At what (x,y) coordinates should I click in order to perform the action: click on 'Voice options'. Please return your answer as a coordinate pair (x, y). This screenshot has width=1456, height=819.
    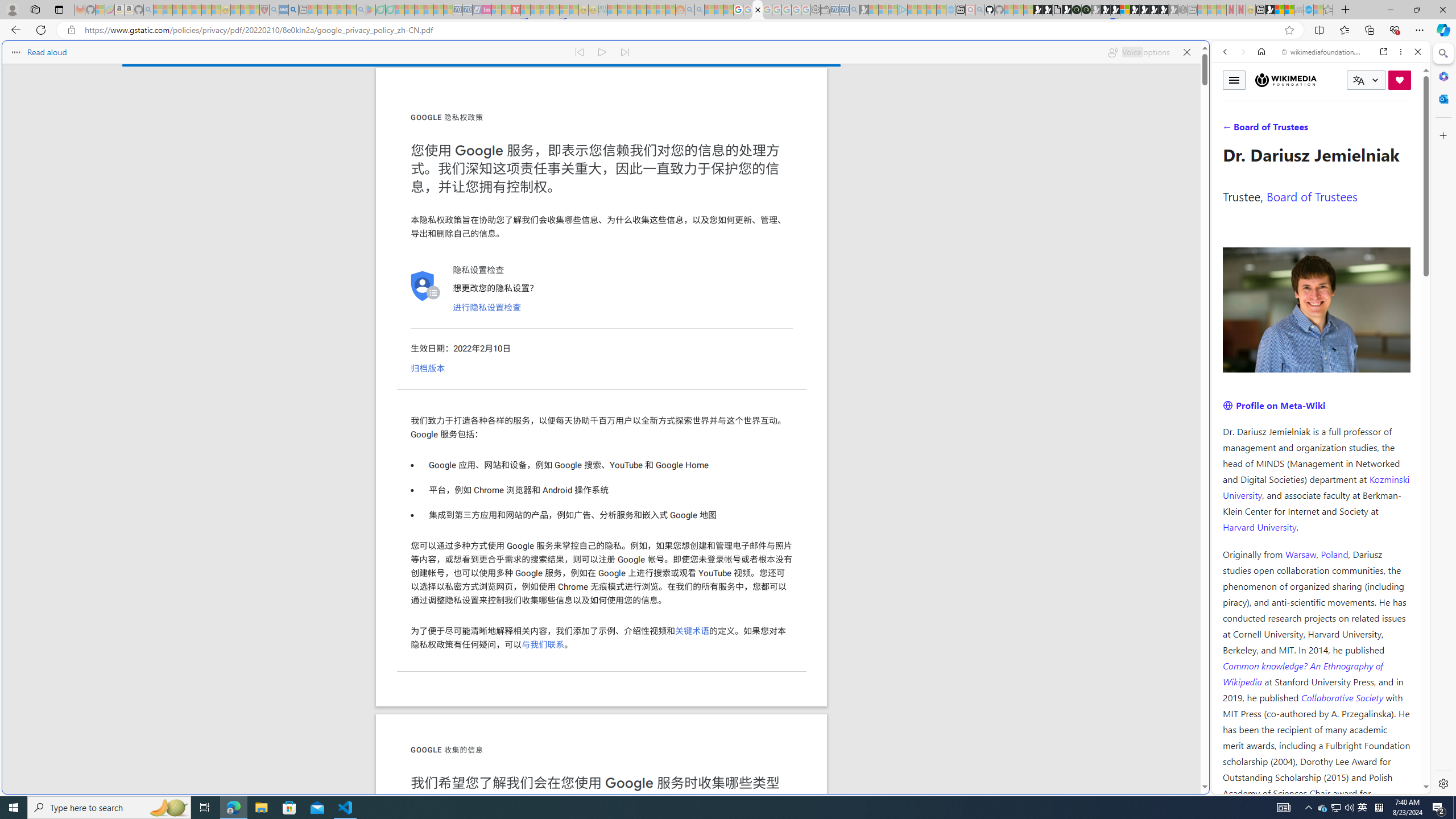
    Looking at the image, I should click on (1138, 52).